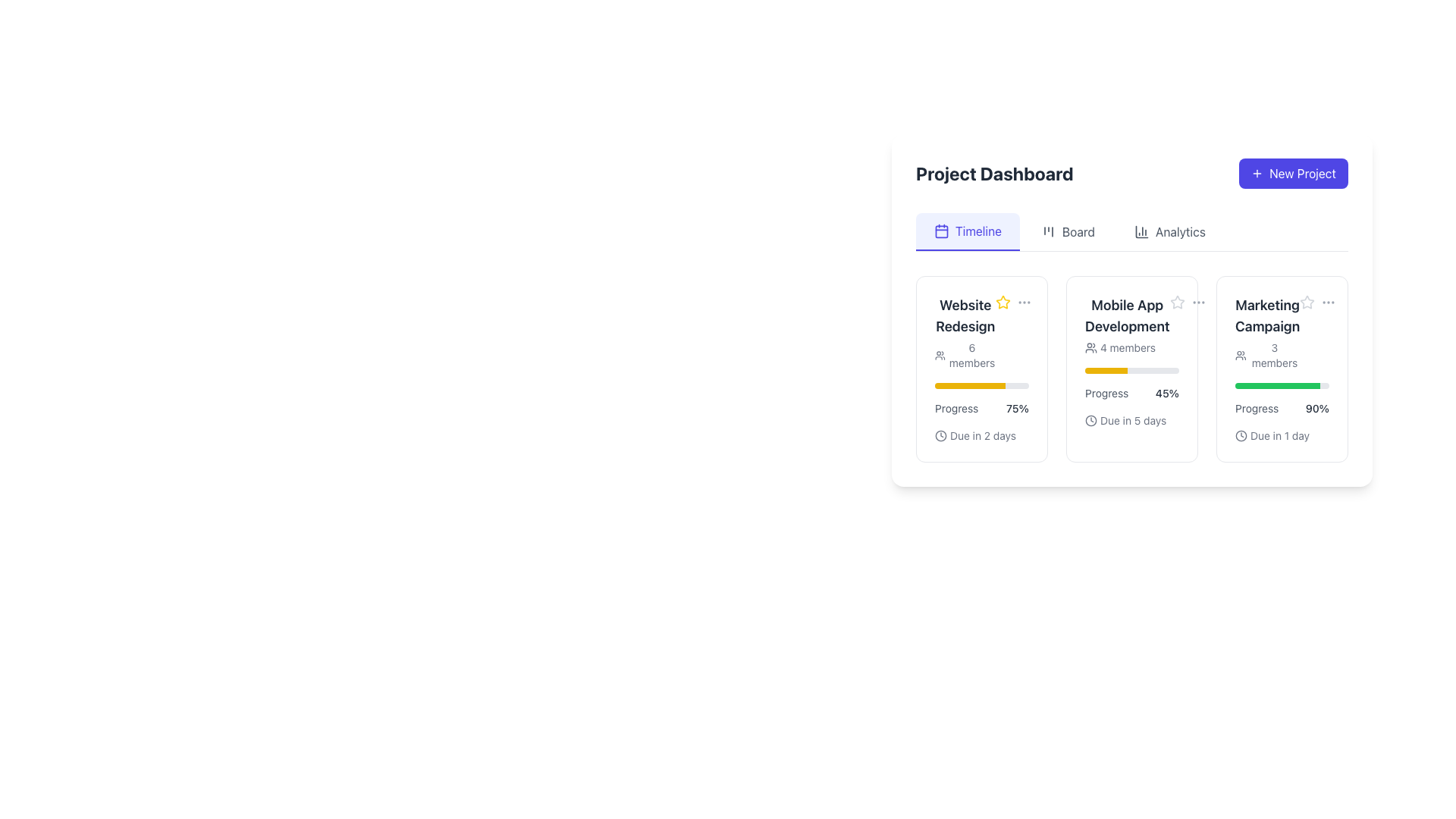  I want to click on the icon button with an ellipsis design located at the top-right section of the 'Mobile App Development' card, so click(1197, 302).